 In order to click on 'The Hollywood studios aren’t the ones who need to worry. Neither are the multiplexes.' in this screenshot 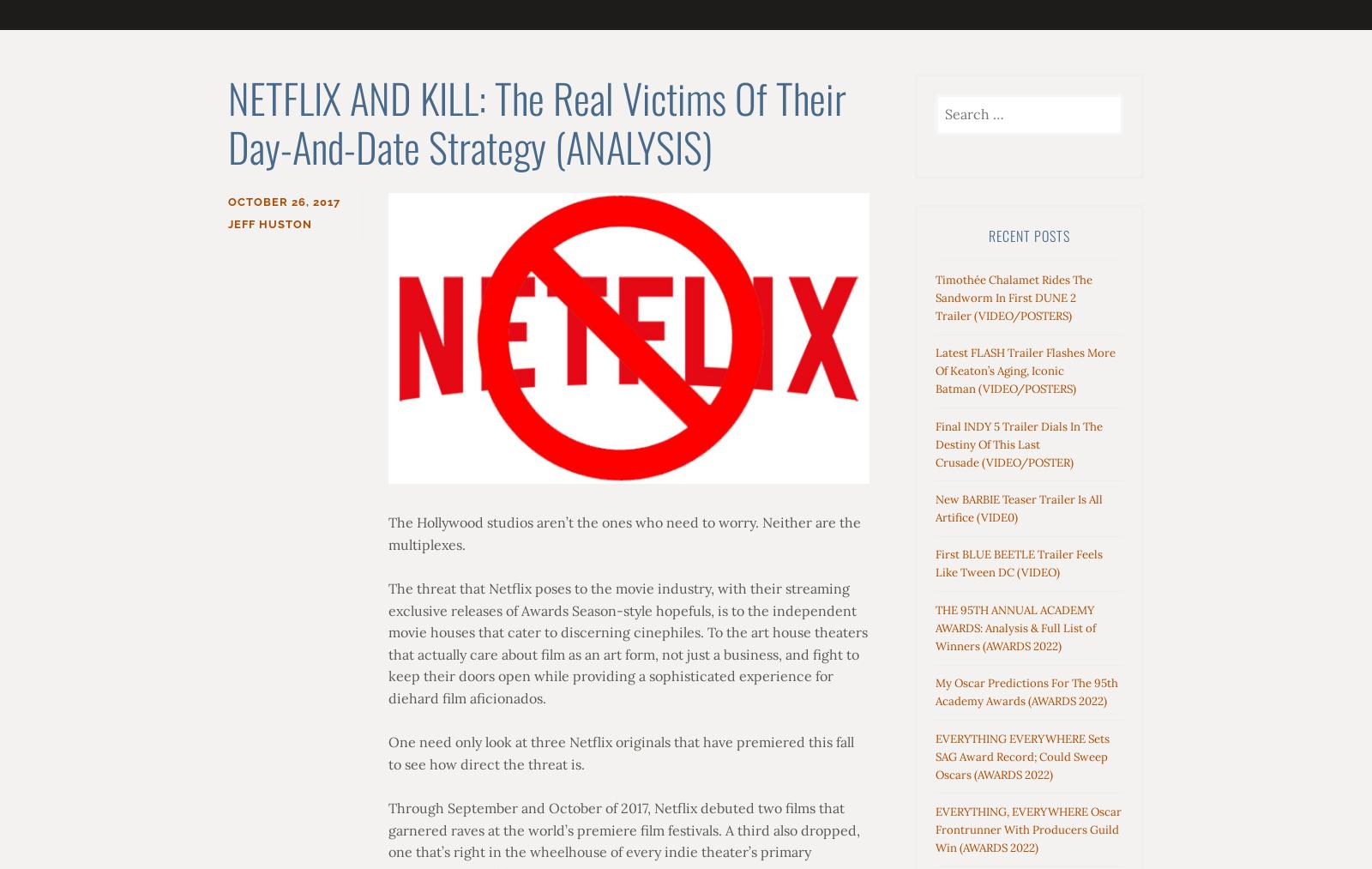, I will do `click(386, 532)`.